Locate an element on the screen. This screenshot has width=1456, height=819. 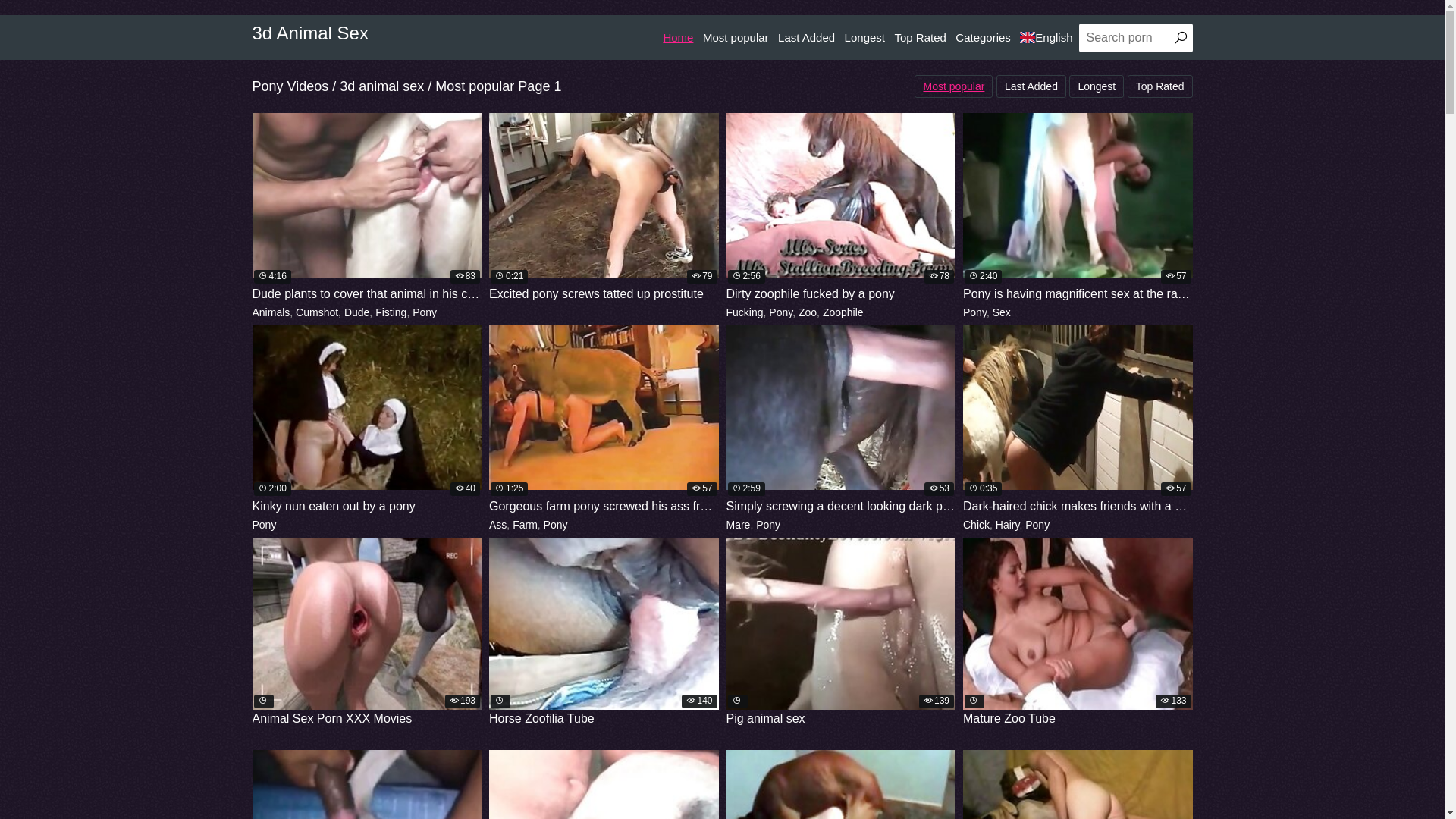
'Pony' is located at coordinates (263, 523).